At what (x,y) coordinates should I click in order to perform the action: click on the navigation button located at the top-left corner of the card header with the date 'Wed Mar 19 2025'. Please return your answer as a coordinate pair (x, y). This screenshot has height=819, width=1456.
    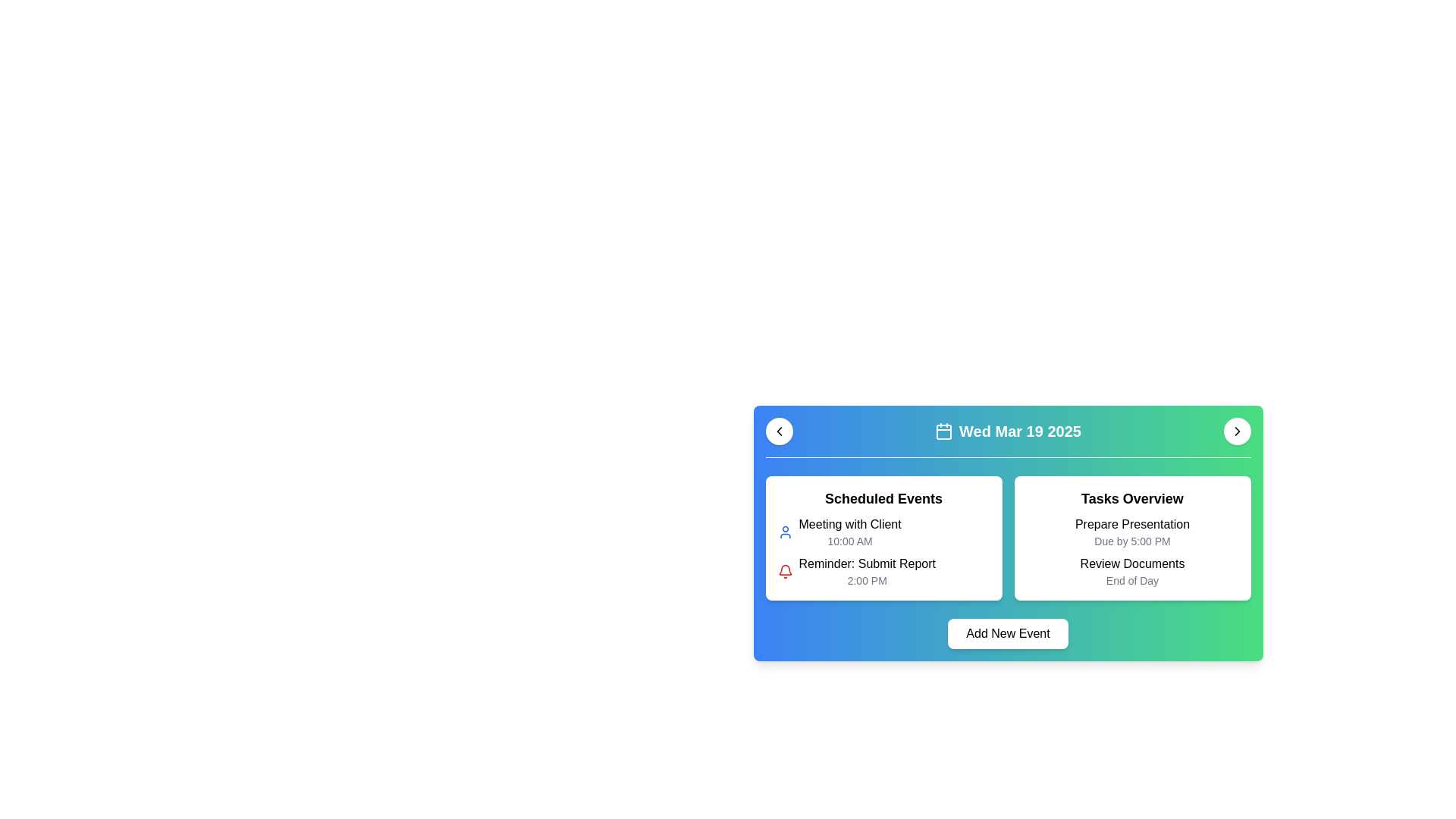
    Looking at the image, I should click on (779, 431).